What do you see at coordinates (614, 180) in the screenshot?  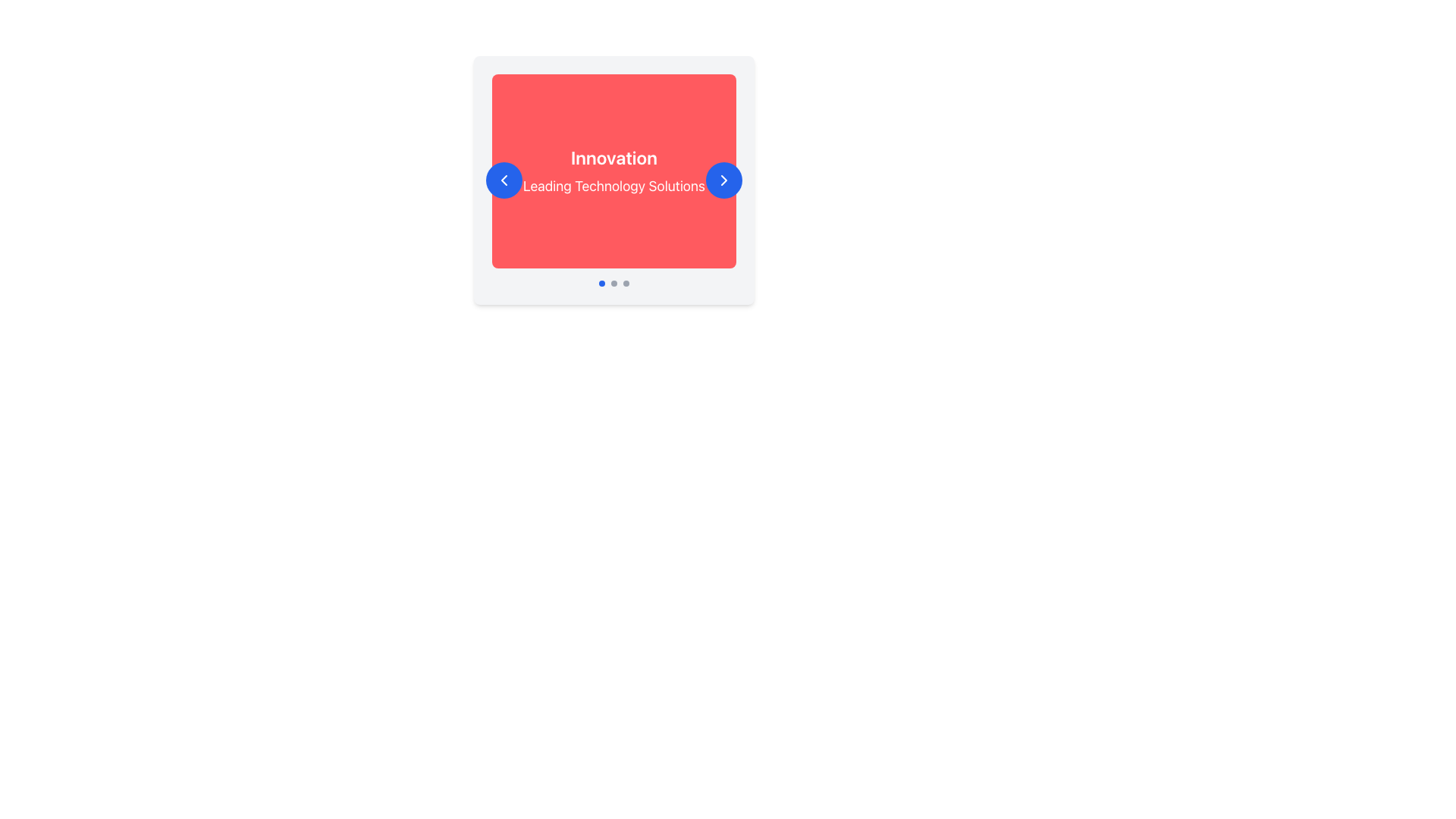 I see `the center of the Carousel Slide displaying 'Innovation' and 'Leading Technology Solutions' to change the slide` at bounding box center [614, 180].